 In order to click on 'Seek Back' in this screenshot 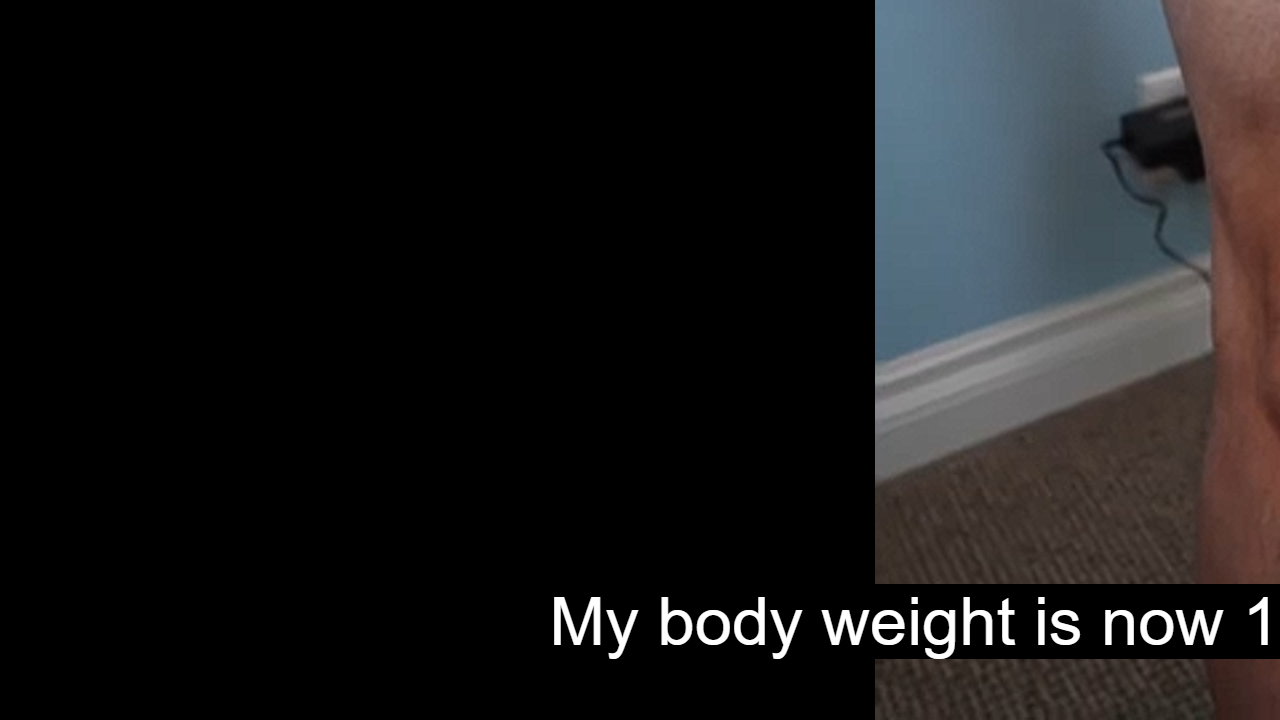, I will do `click(69, 696)`.